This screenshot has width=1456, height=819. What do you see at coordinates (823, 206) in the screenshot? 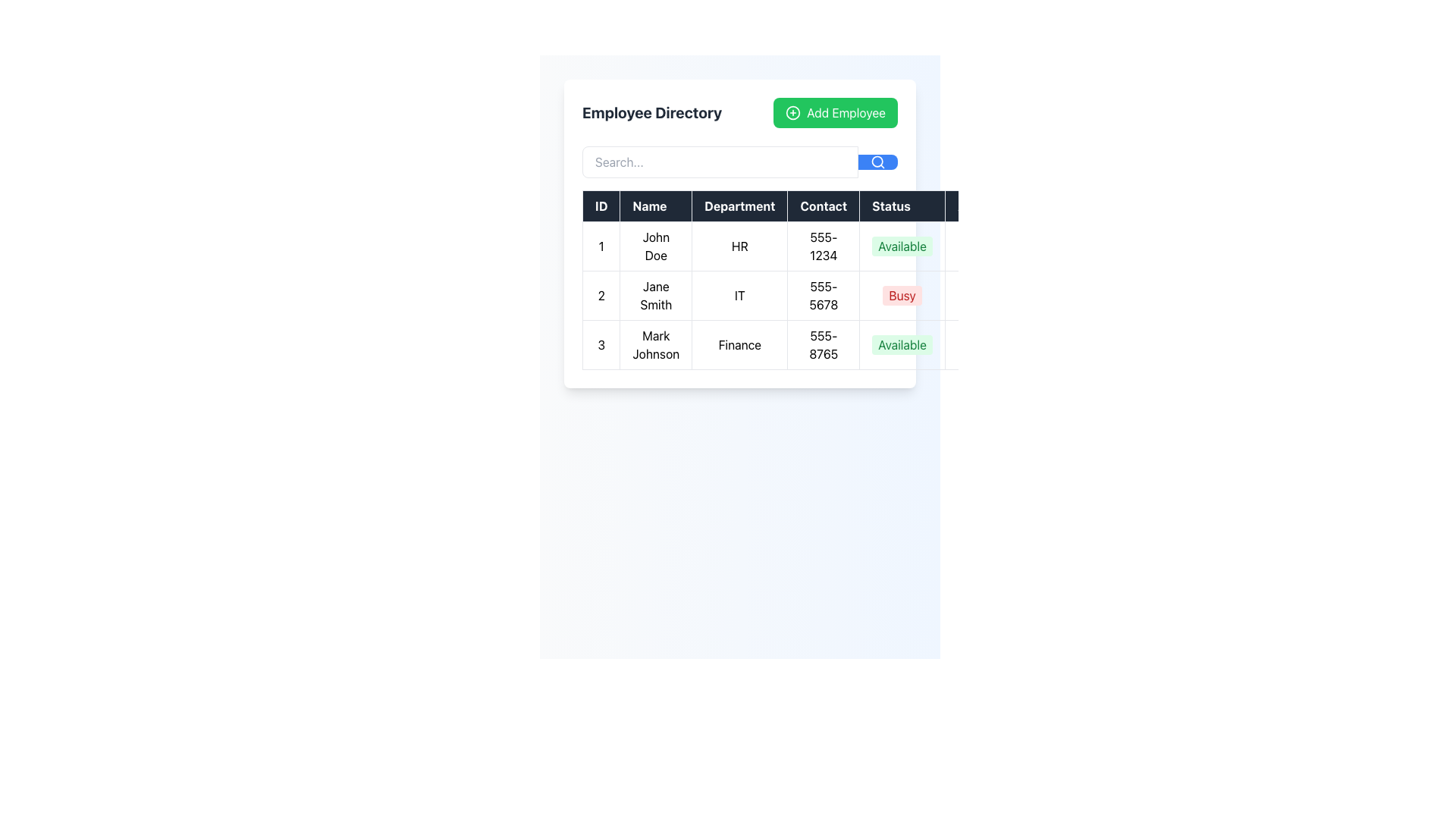
I see `the 'Contact' text label in the table header, which has a dark background and white text, positioned as the fourth column header in the row` at bounding box center [823, 206].